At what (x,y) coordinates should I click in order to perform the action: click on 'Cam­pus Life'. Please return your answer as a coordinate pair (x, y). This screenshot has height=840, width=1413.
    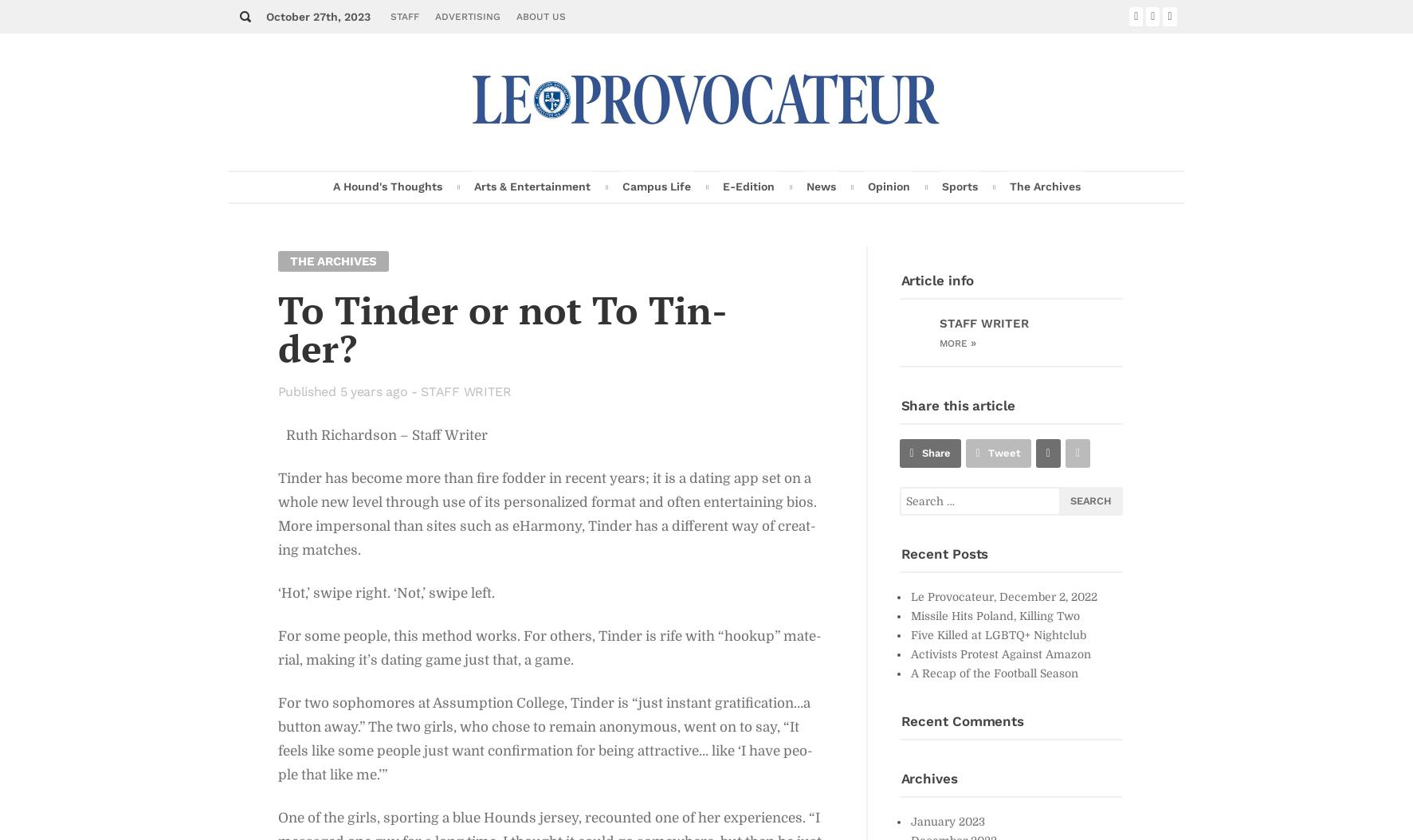
    Looking at the image, I should click on (655, 186).